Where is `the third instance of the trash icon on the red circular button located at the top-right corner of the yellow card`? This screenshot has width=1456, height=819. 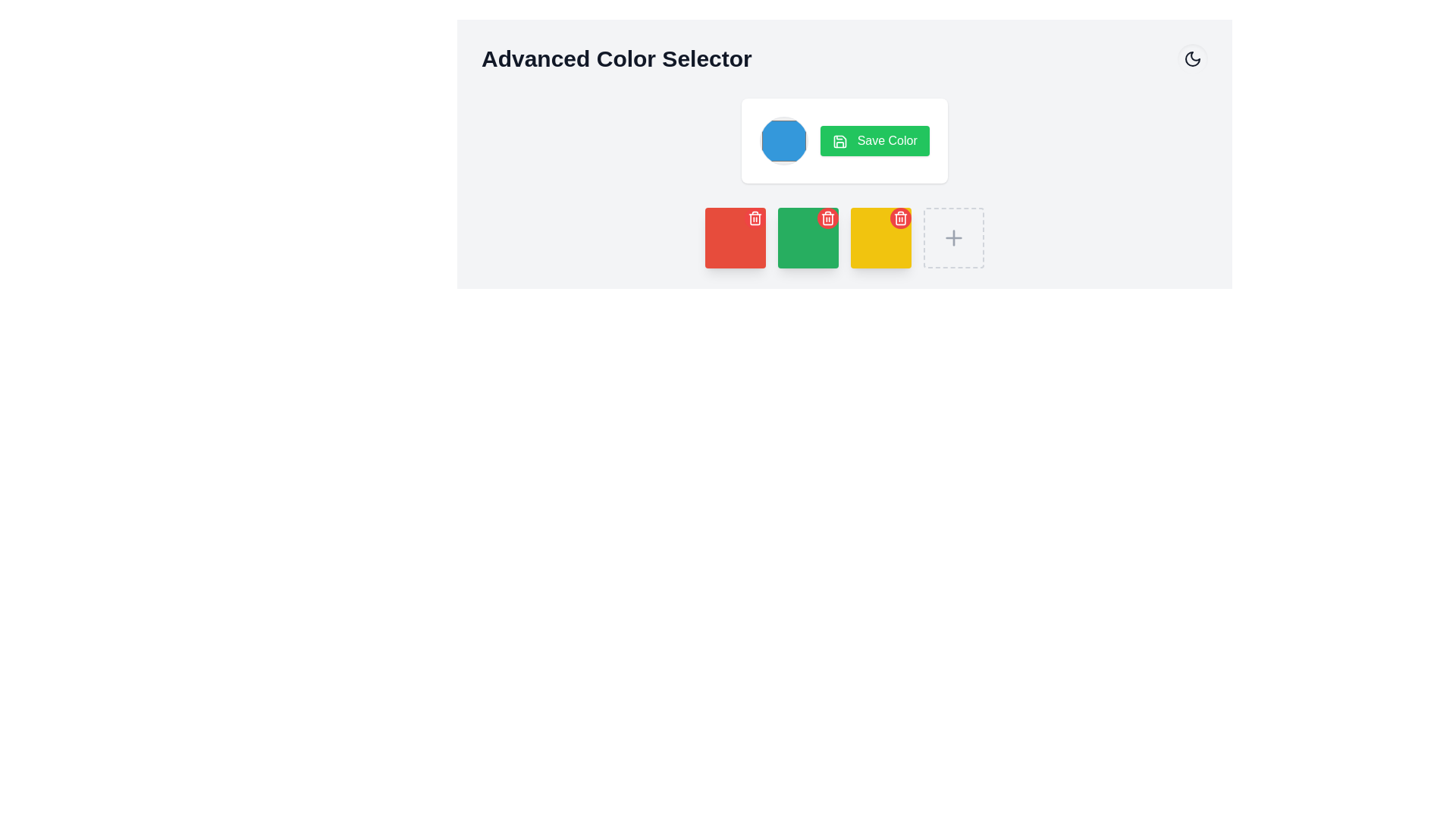
the third instance of the trash icon on the red circular button located at the top-right corner of the yellow card is located at coordinates (755, 218).